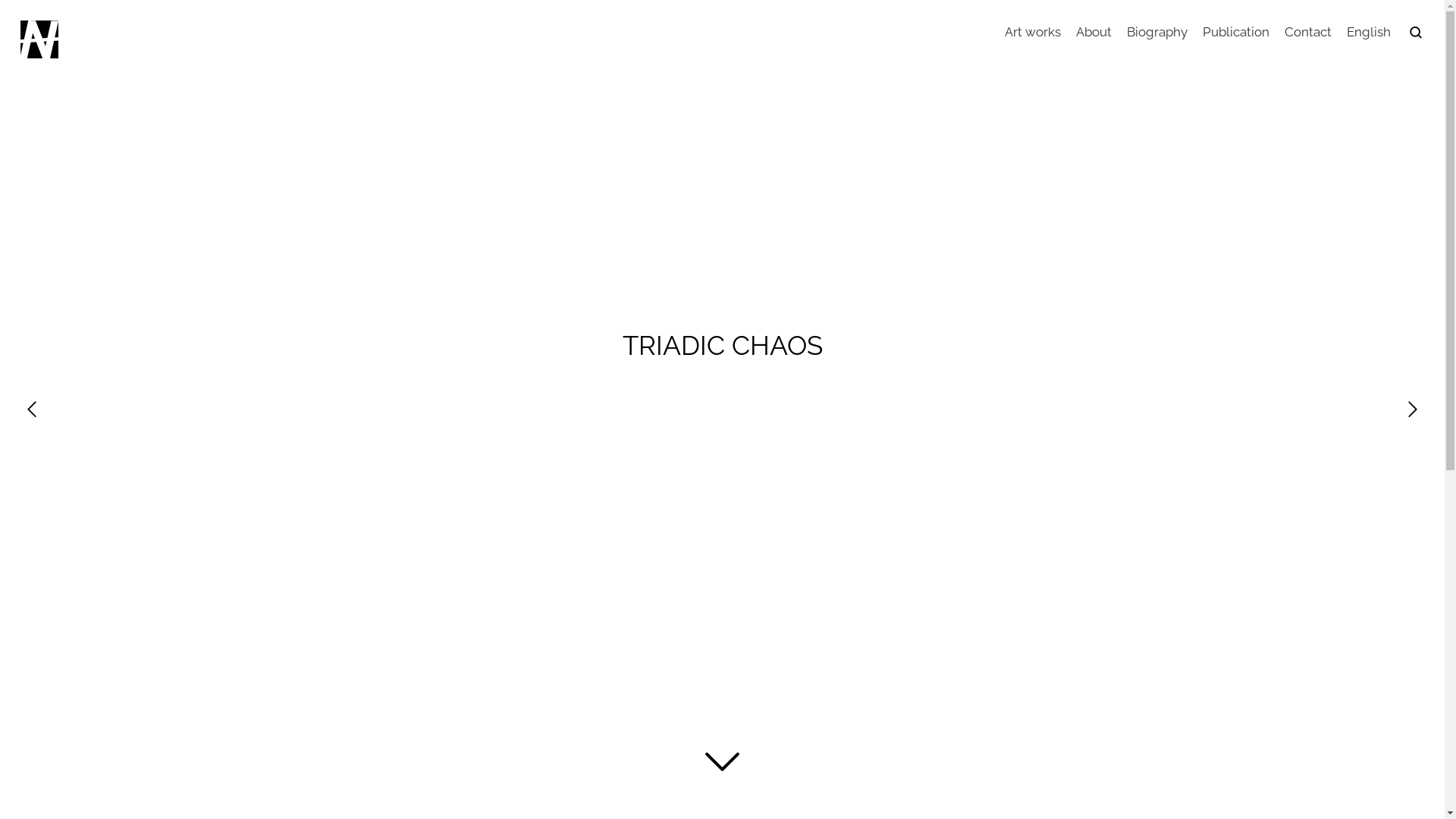 The width and height of the screenshot is (1456, 819). Describe the element at coordinates (1156, 32) in the screenshot. I see `'Biography'` at that location.